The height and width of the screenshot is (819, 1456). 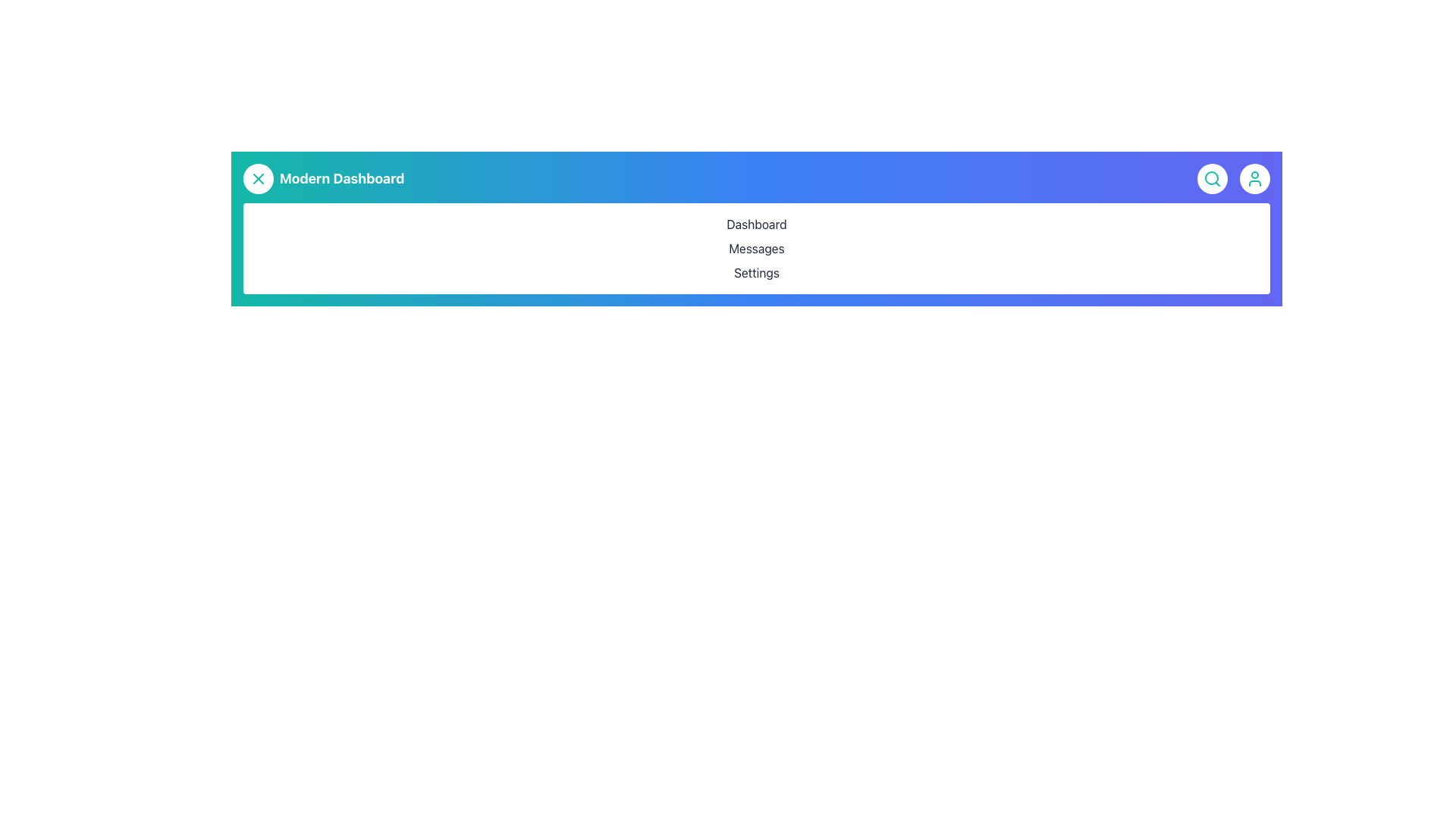 What do you see at coordinates (1255, 177) in the screenshot?
I see `the user profile or account access button located at the top-right corner of the interface` at bounding box center [1255, 177].